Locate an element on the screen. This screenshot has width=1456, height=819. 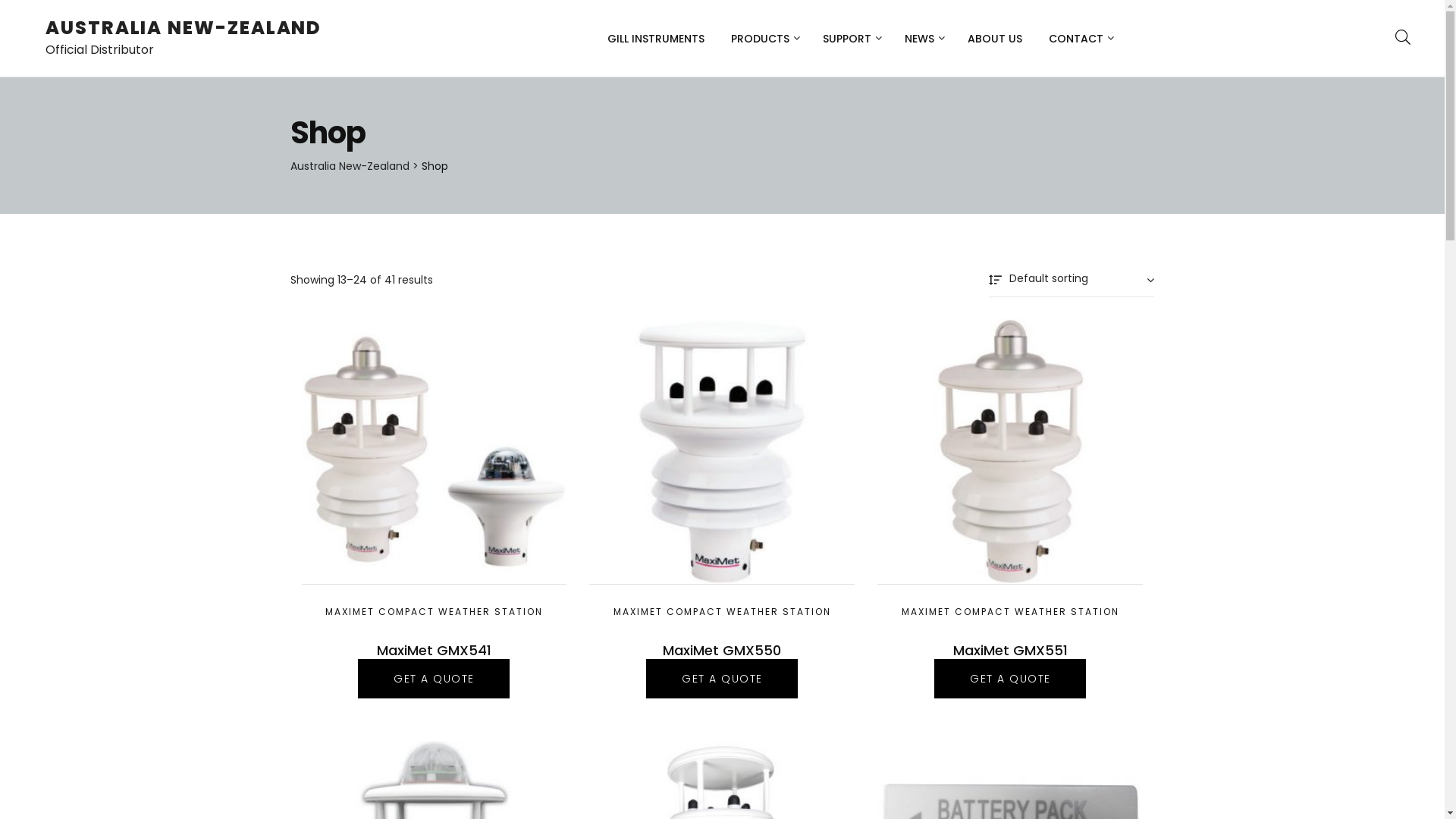
'MaxiMet GMX541' is located at coordinates (433, 649).